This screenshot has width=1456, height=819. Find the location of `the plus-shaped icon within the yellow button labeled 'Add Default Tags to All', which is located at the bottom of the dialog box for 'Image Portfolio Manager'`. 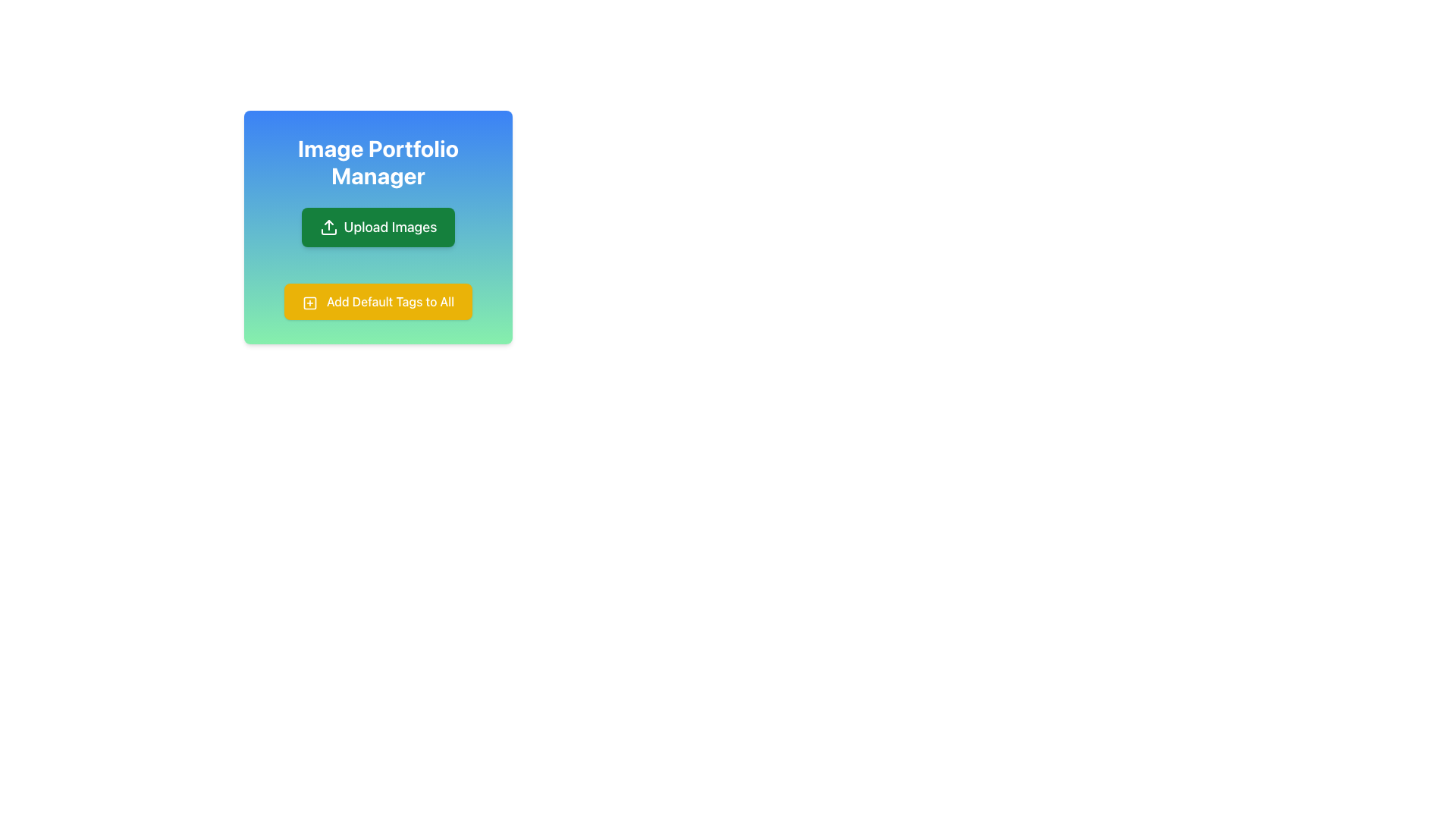

the plus-shaped icon within the yellow button labeled 'Add Default Tags to All', which is located at the bottom of the dialog box for 'Image Portfolio Manager' is located at coordinates (309, 303).